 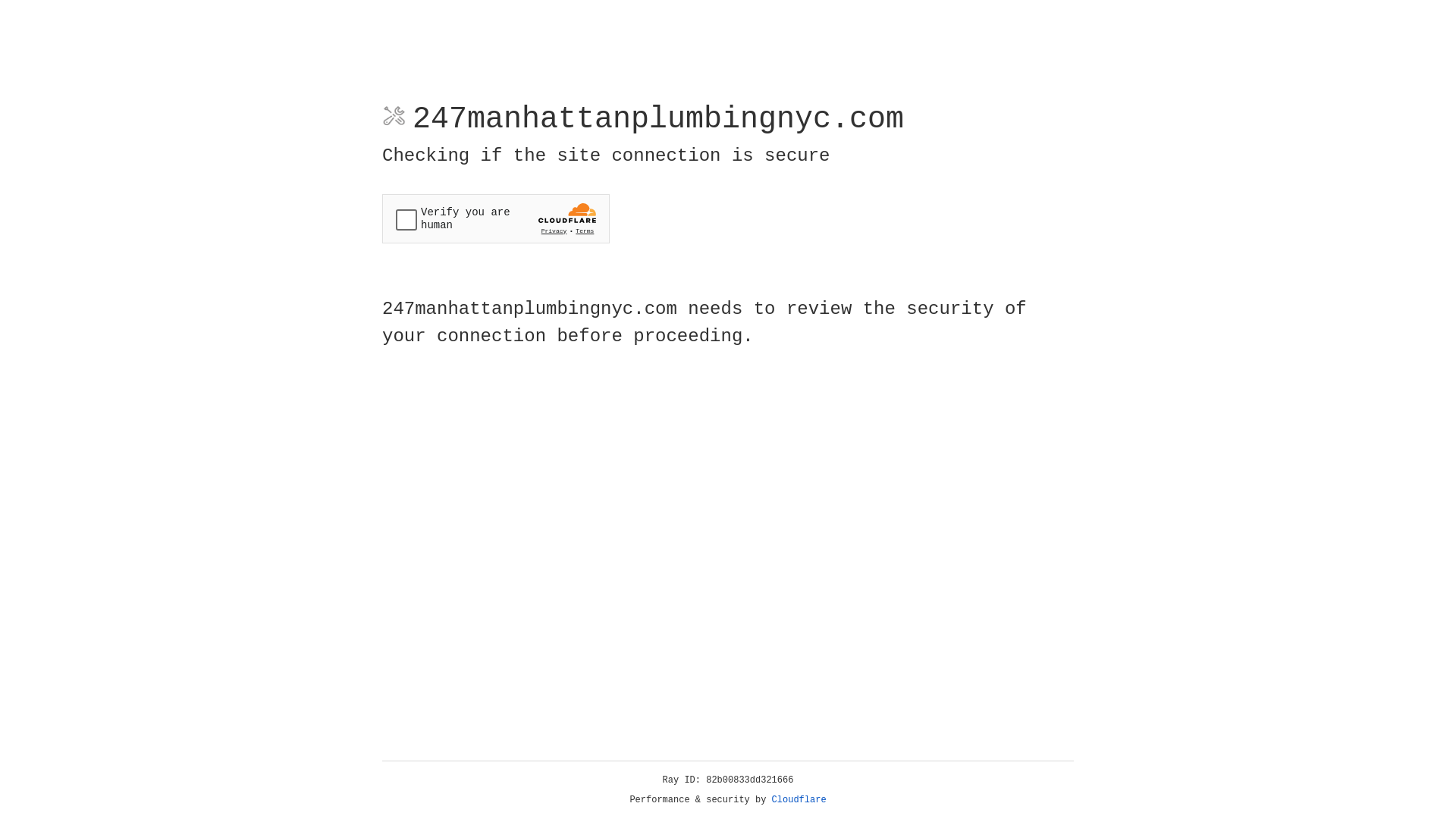 What do you see at coordinates (799, 799) in the screenshot?
I see `'Cloudflare'` at bounding box center [799, 799].